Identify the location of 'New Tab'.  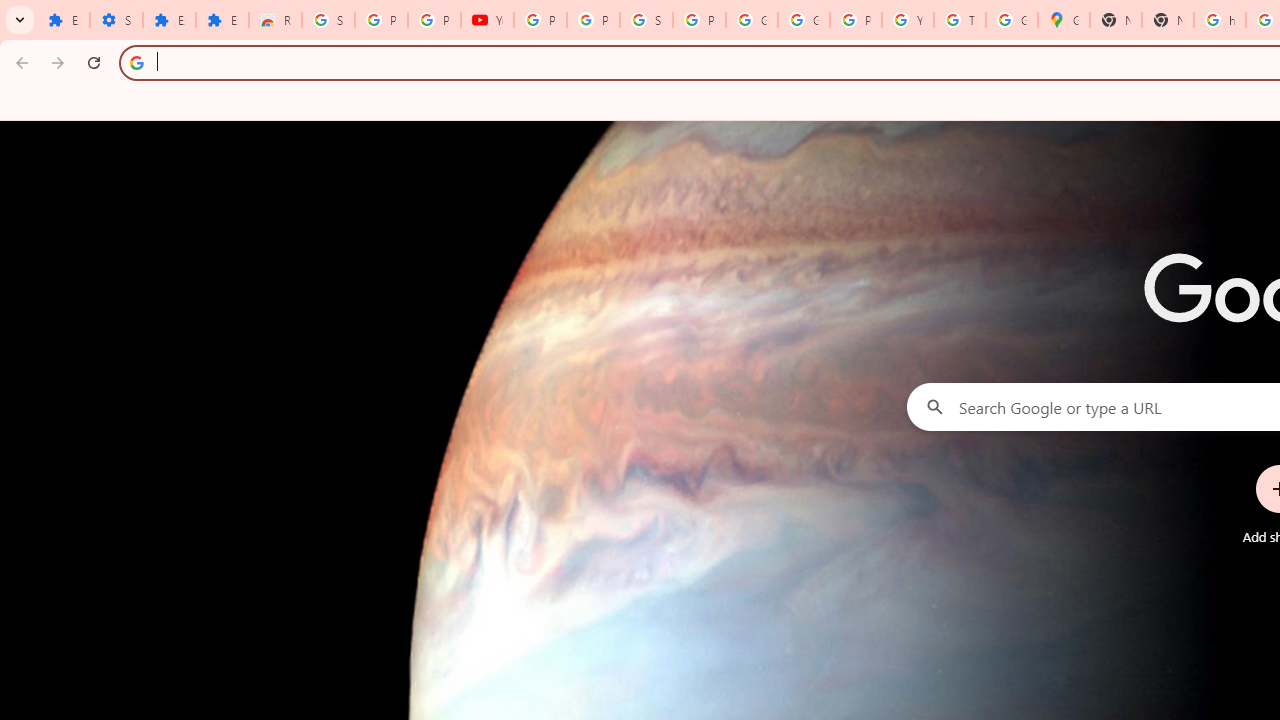
(1168, 20).